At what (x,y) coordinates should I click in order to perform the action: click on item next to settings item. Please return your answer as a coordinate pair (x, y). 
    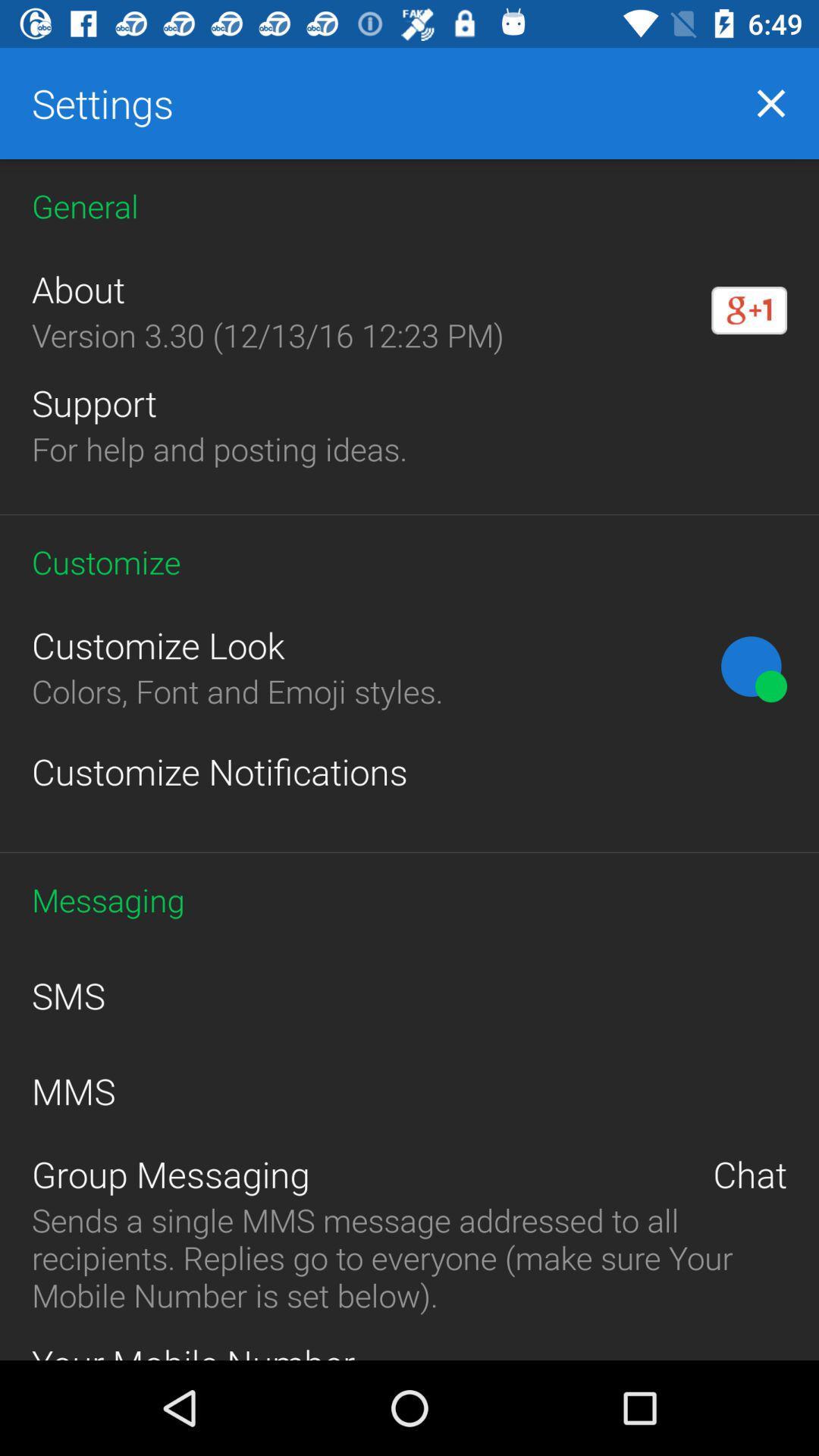
    Looking at the image, I should click on (771, 102).